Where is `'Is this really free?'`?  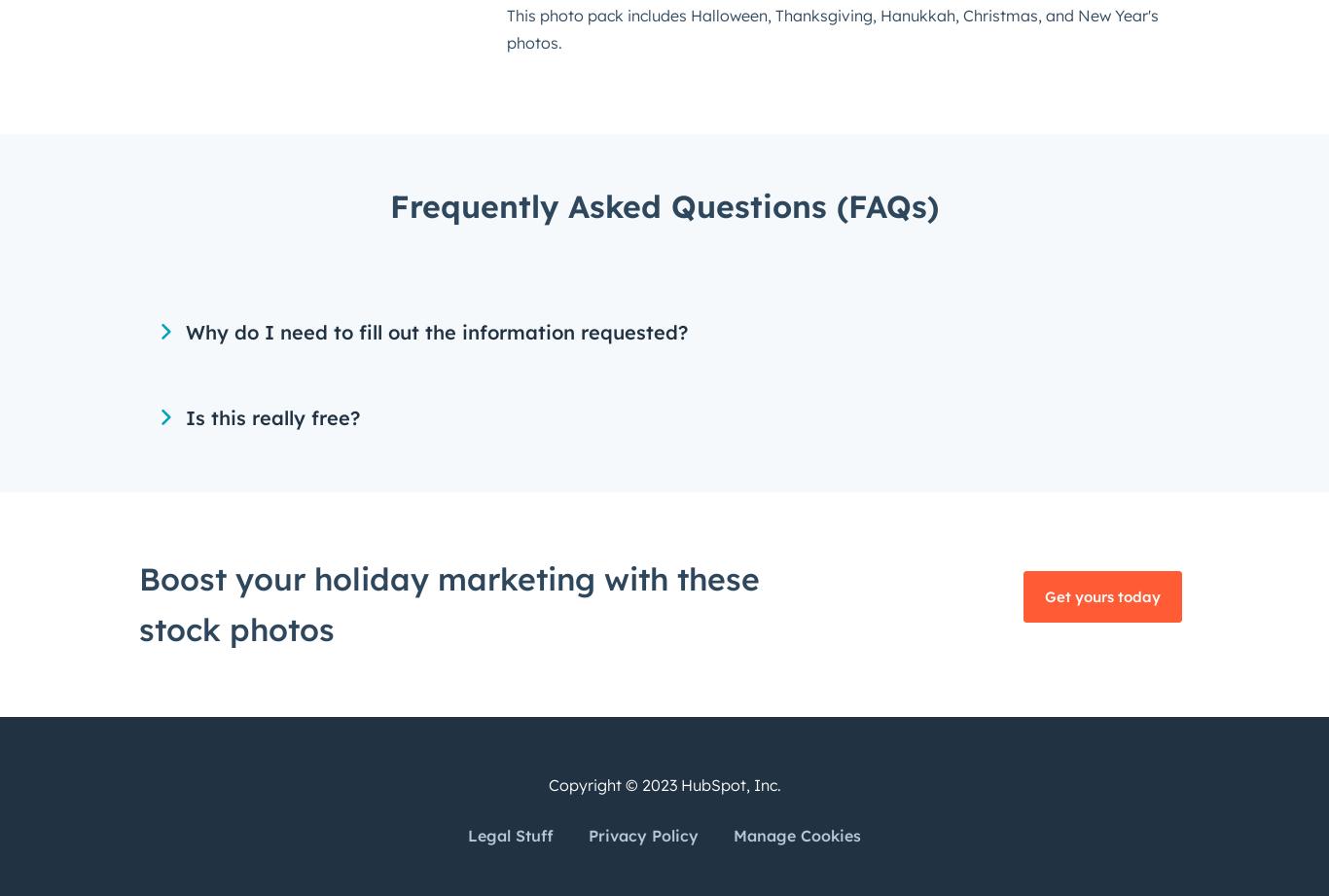 'Is this really free?' is located at coordinates (272, 417).